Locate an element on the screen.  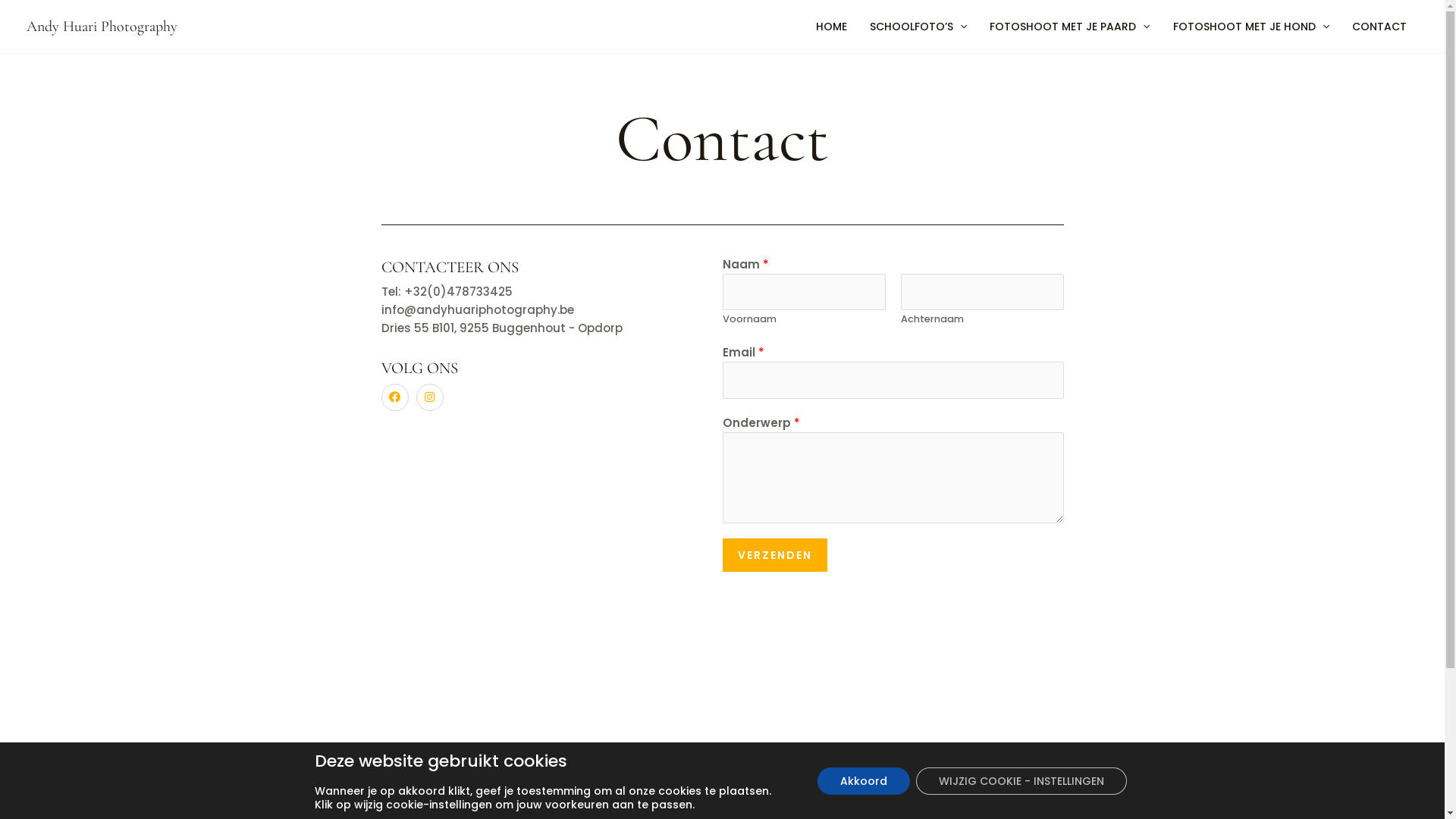
'Andy Huari Photography' is located at coordinates (101, 26).